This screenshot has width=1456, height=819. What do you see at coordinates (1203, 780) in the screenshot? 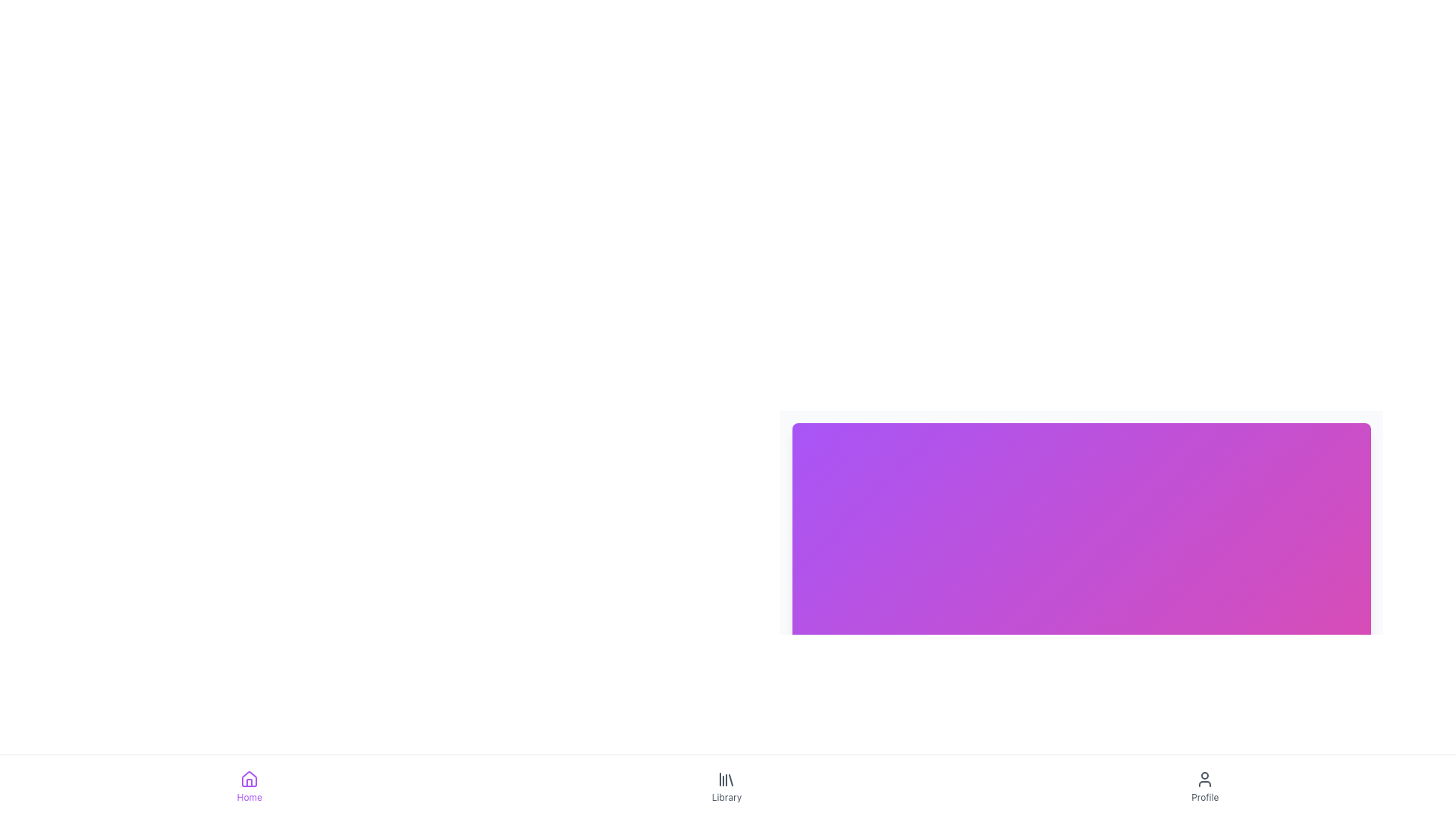
I see `the user profile icon, which has a circular head and torso-like structure, located in the bottom navigation bar above the 'Profile' text` at bounding box center [1203, 780].